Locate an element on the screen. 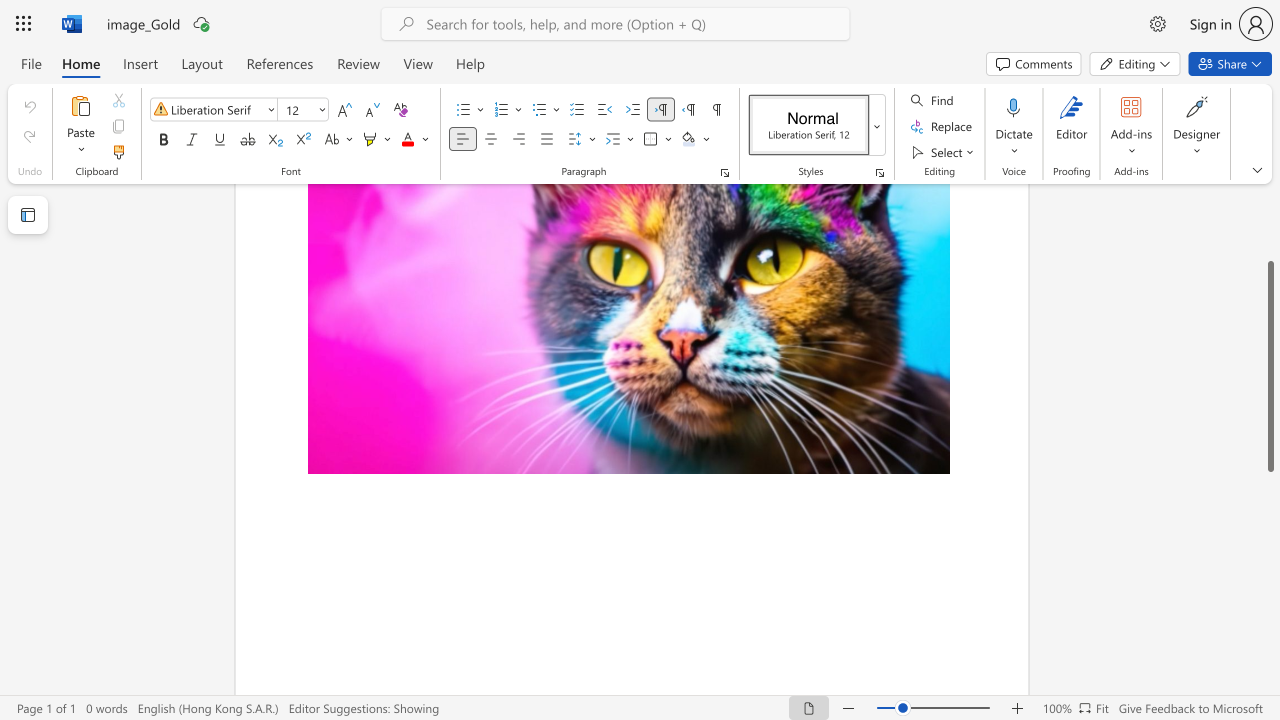 This screenshot has width=1280, height=720. the scrollbar and move up 120 pixels is located at coordinates (1269, 366).